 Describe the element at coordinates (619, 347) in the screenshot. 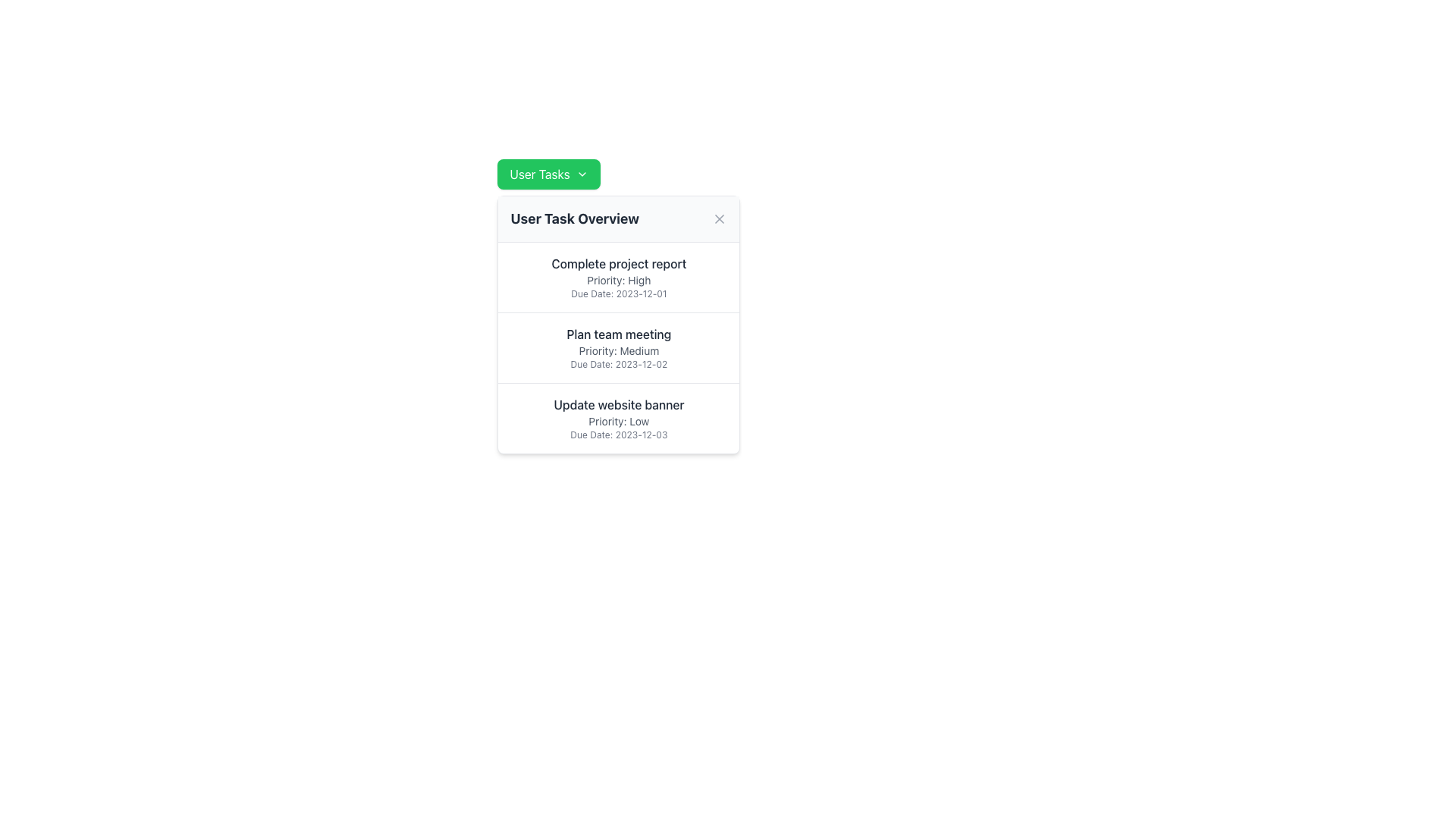

I see `the second task item in the task overview panel to mark it as complete` at that location.